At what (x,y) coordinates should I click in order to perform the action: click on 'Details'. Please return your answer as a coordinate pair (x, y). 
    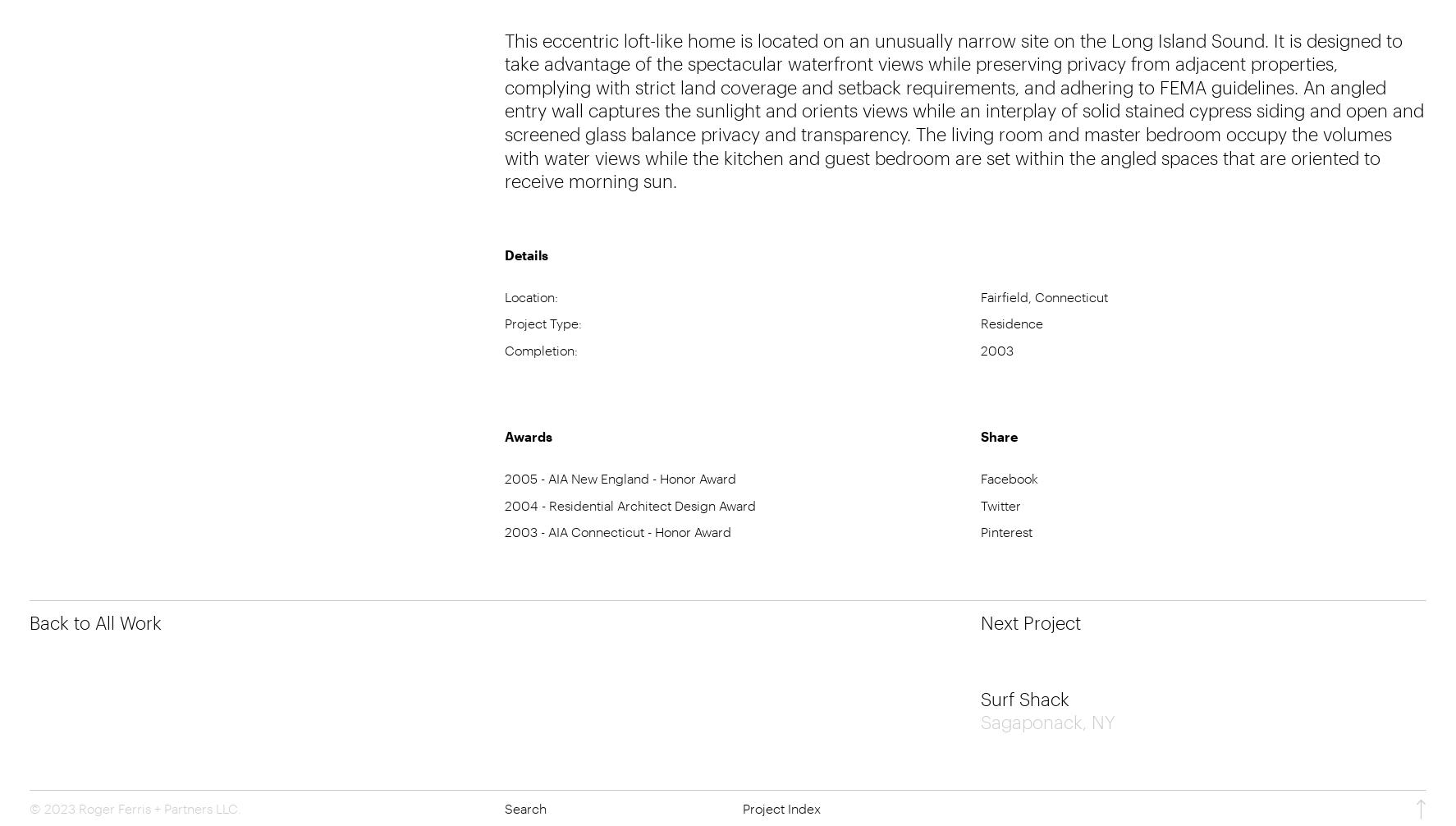
    Looking at the image, I should click on (526, 253).